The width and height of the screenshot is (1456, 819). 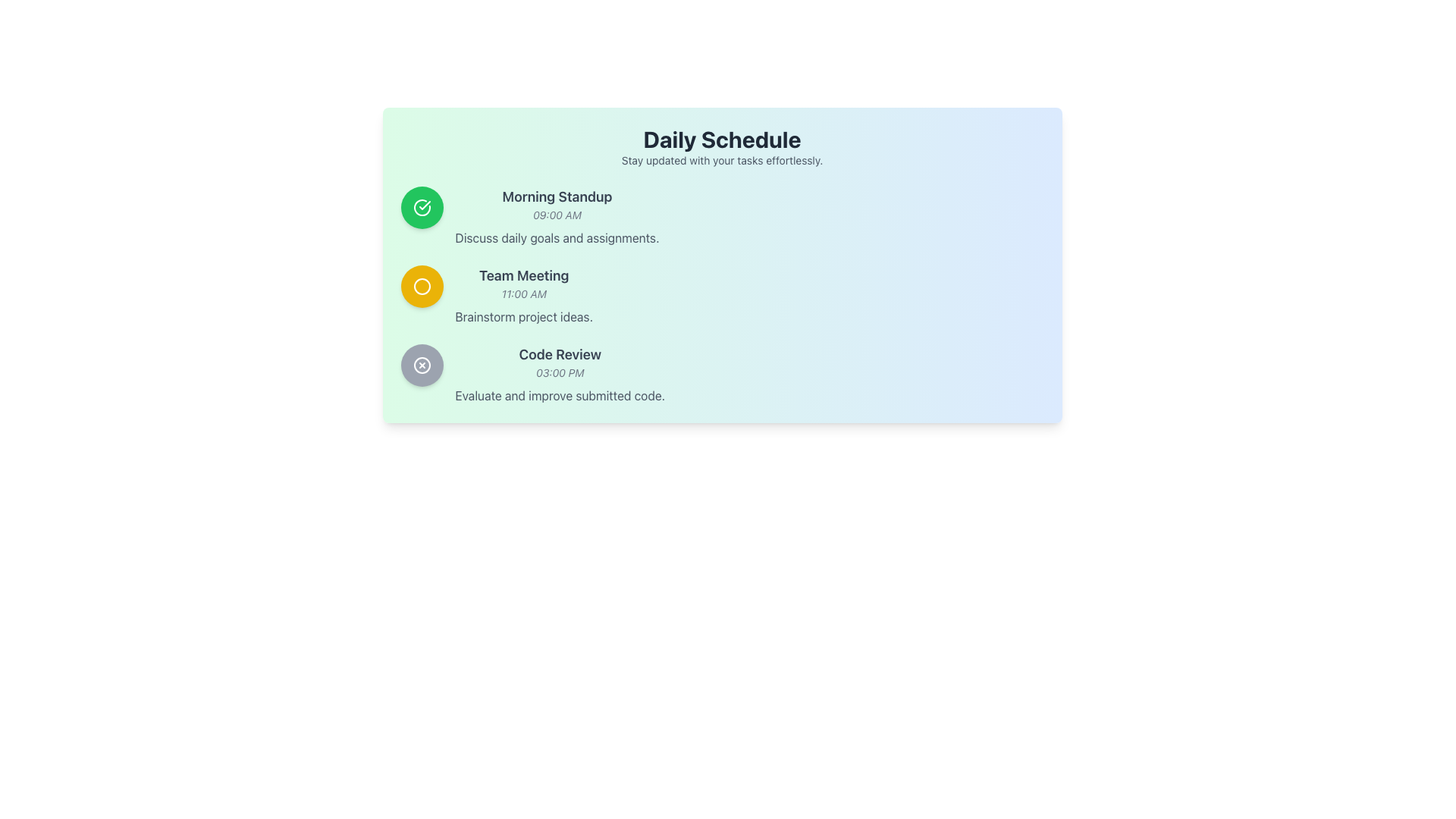 I want to click on the title text for the scheduled event, which is positioned above '09:00 AM' within the 'Daily Schedule' list structure, so click(x=556, y=196).